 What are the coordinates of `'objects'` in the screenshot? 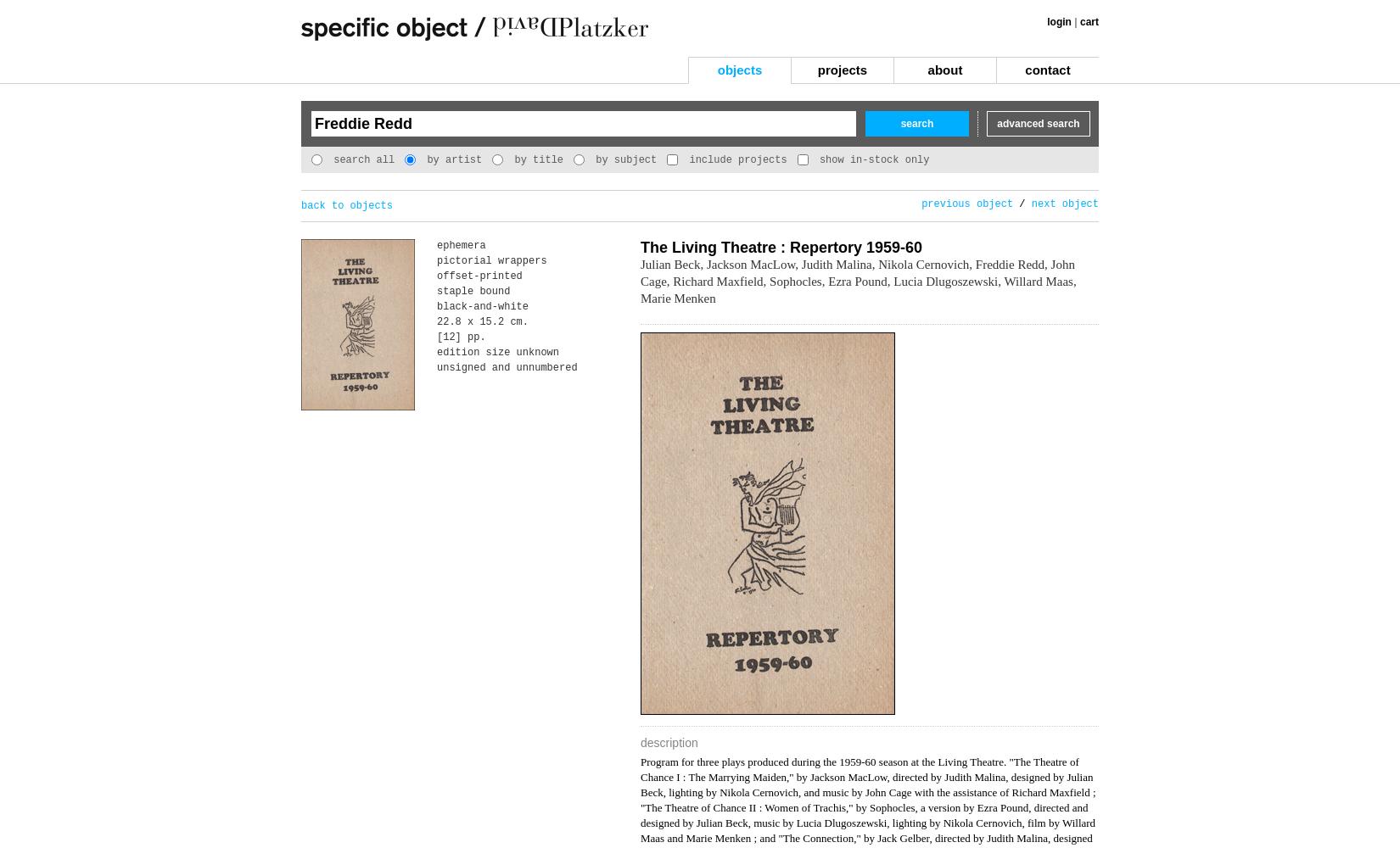 It's located at (739, 69).